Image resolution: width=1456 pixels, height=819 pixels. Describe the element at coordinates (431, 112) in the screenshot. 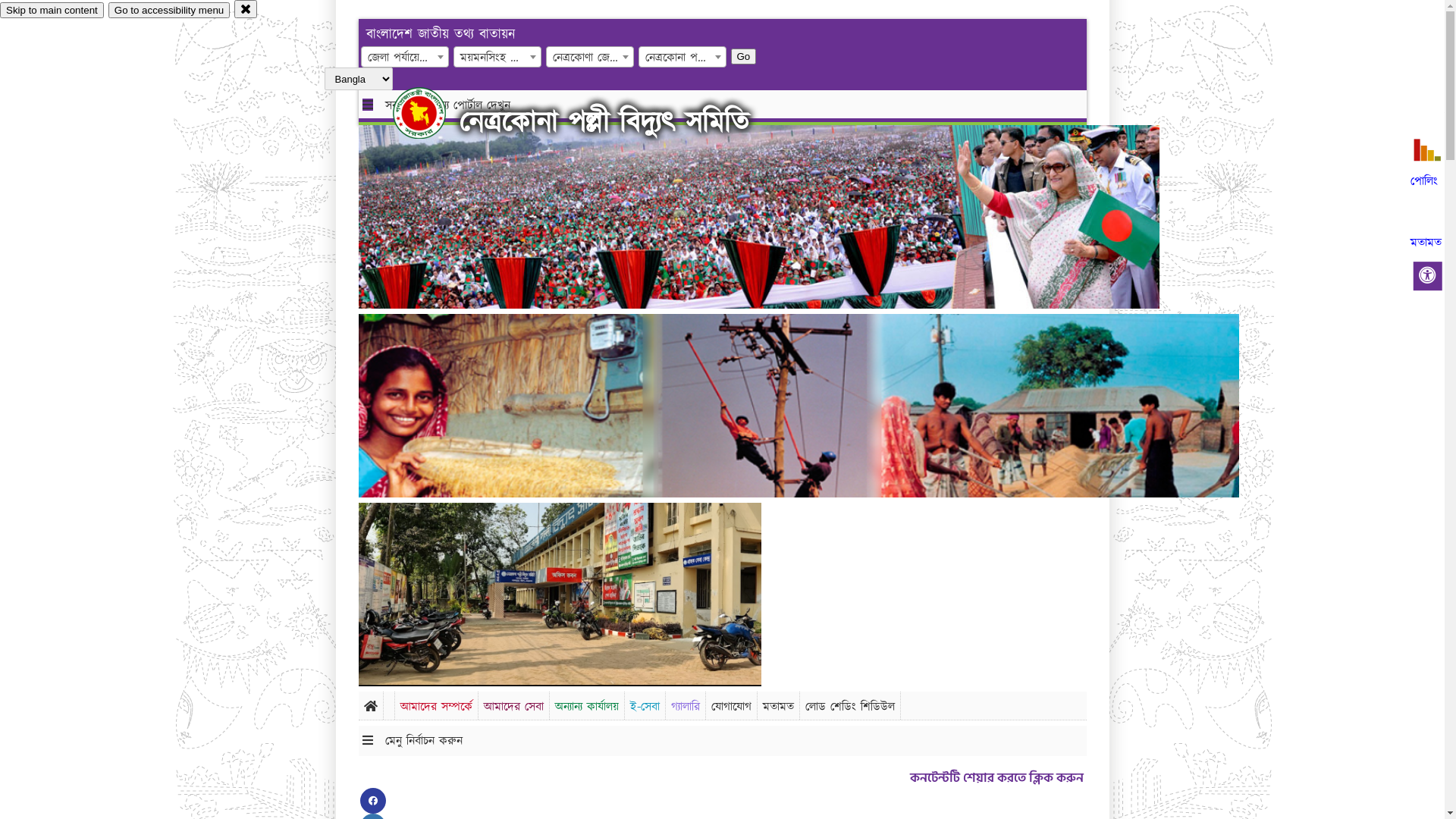

I see `'` at that location.